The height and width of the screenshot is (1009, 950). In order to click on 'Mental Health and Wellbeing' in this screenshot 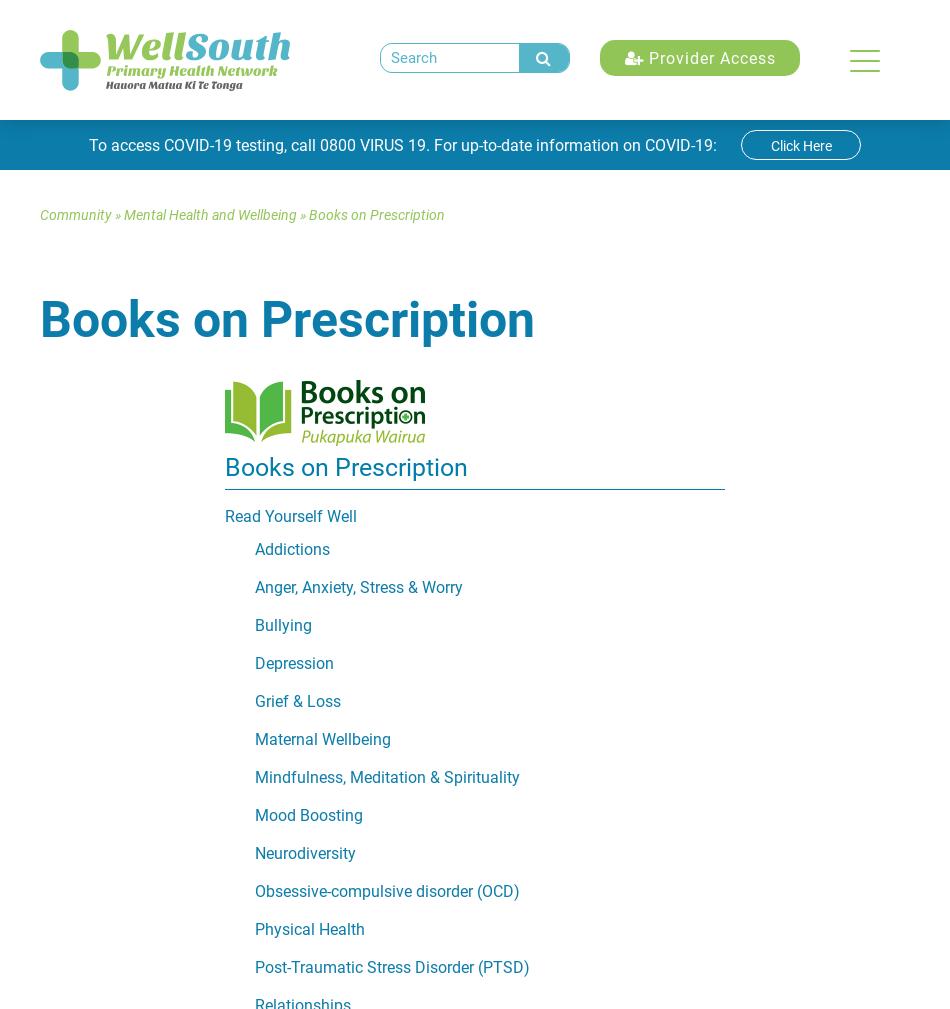, I will do `click(210, 214)`.